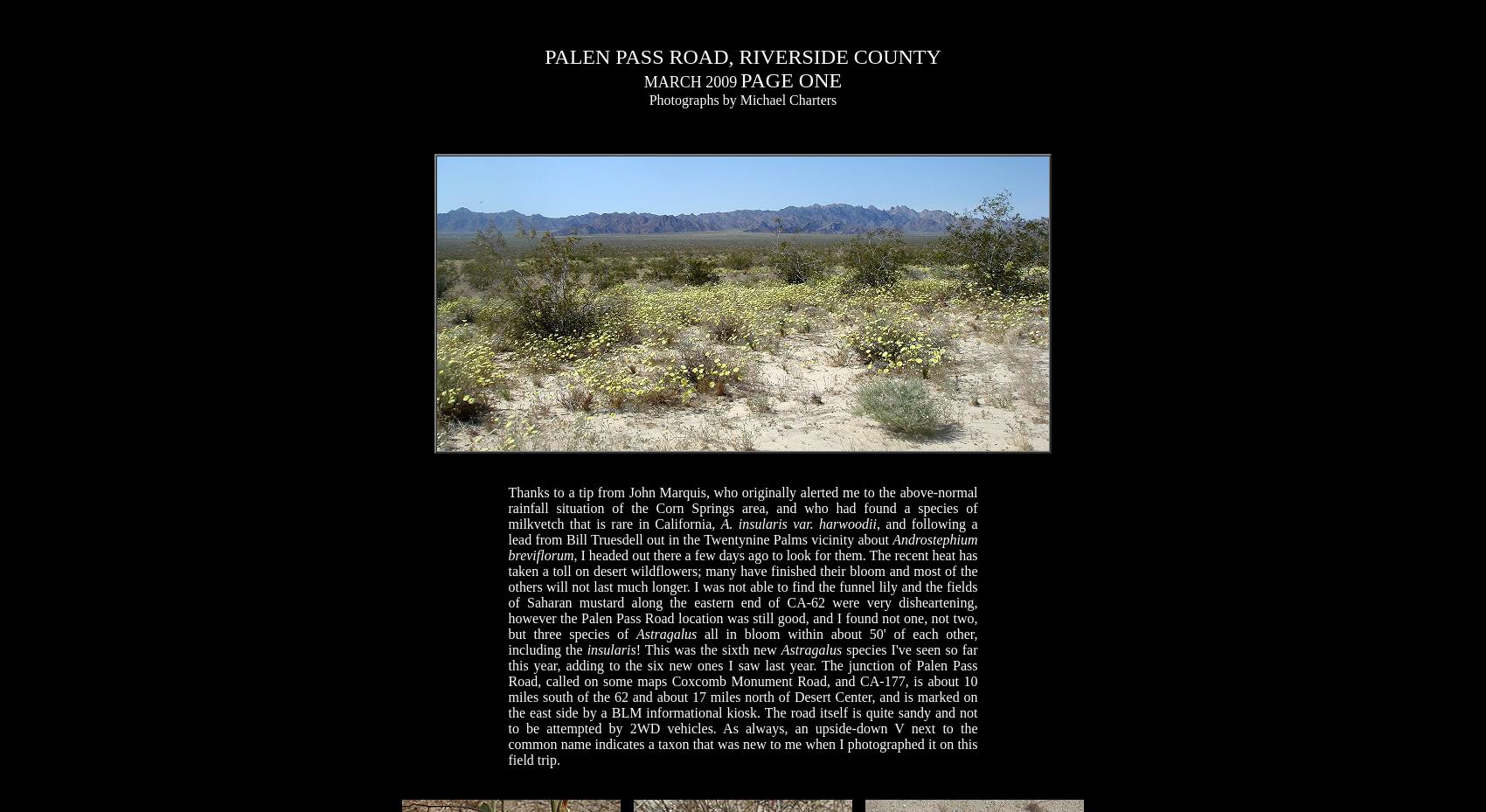 This screenshot has height=812, width=1486. What do you see at coordinates (791, 79) in the screenshot?
I see `'PAGE ONE'` at bounding box center [791, 79].